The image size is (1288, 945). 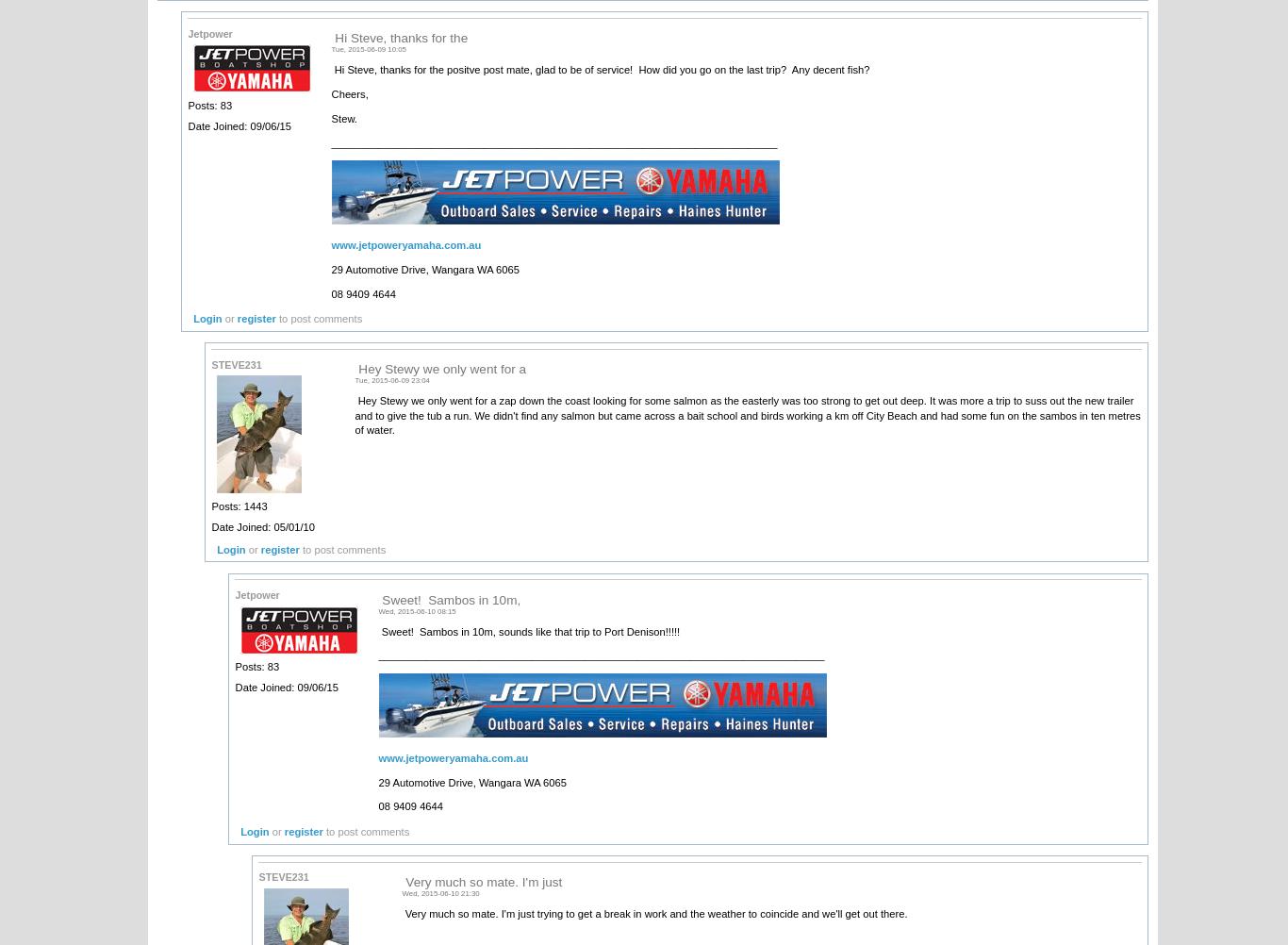 What do you see at coordinates (529, 631) in the screenshot?
I see `'Sweet!  Sambos in 10m, sounds like that trip to Port Denison!!!!!'` at bounding box center [529, 631].